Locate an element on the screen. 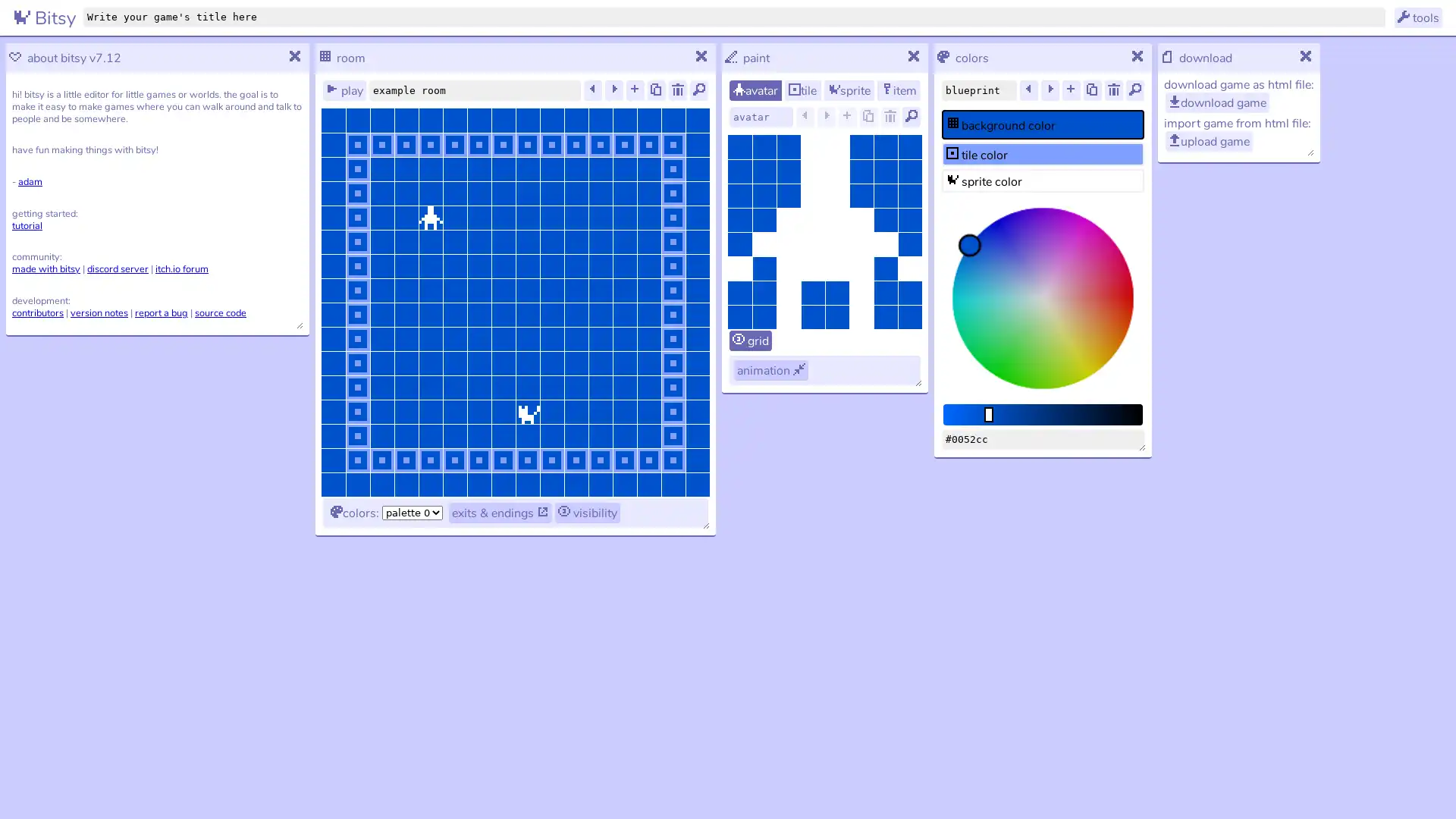  add new color palette is located at coordinates (1070, 90).